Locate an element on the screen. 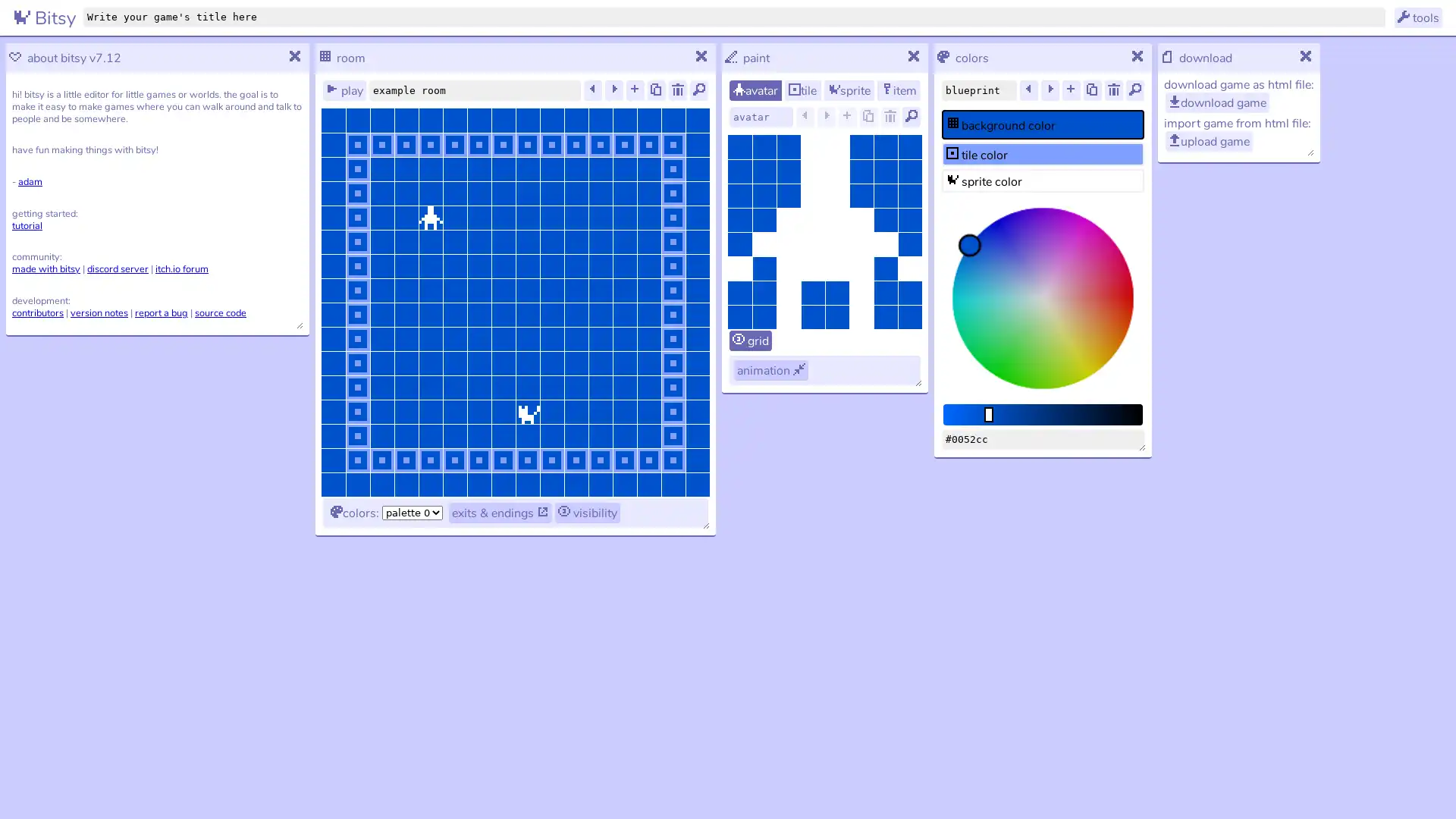  add new color palette is located at coordinates (1070, 90).